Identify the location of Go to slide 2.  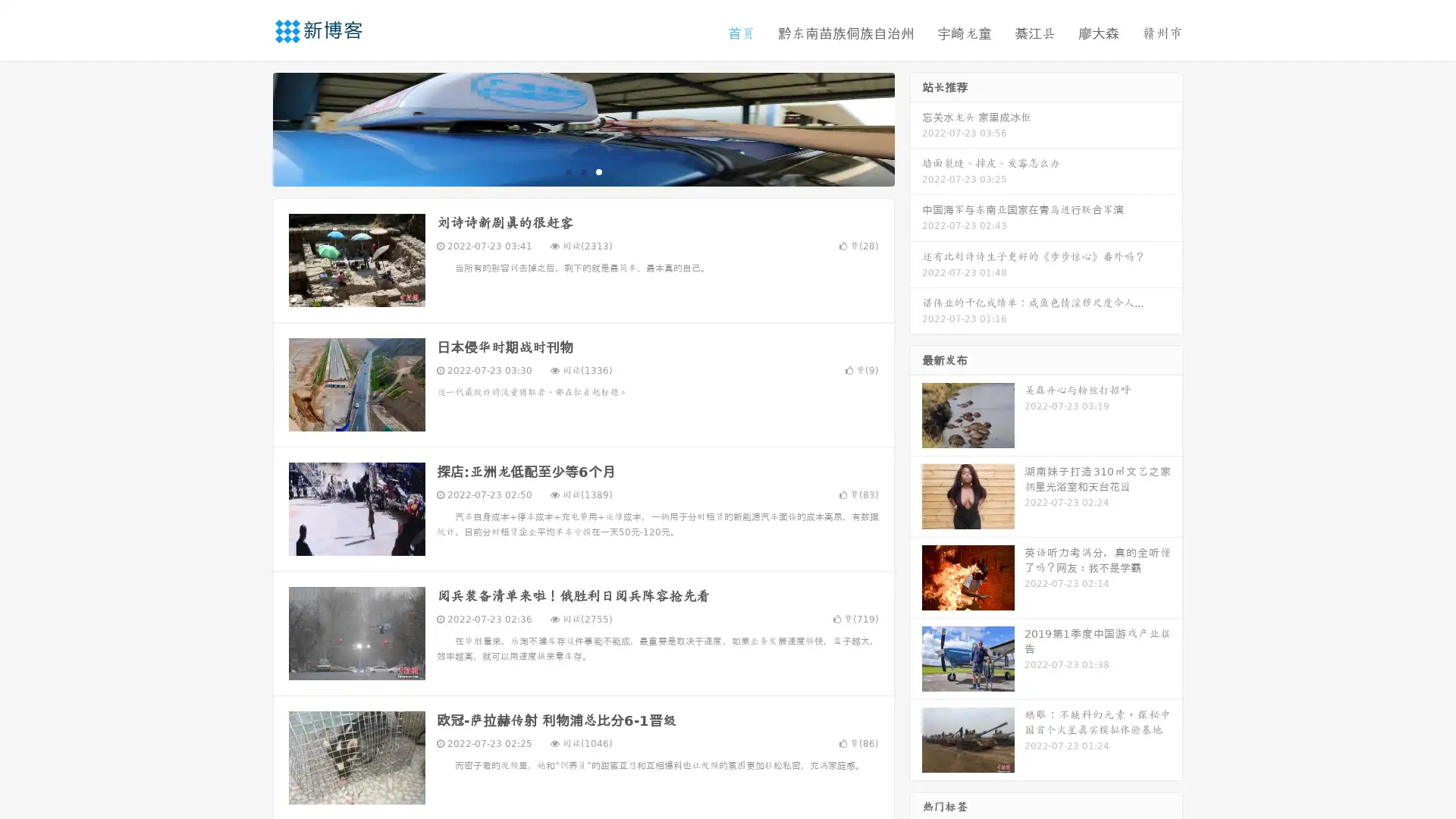
(582, 171).